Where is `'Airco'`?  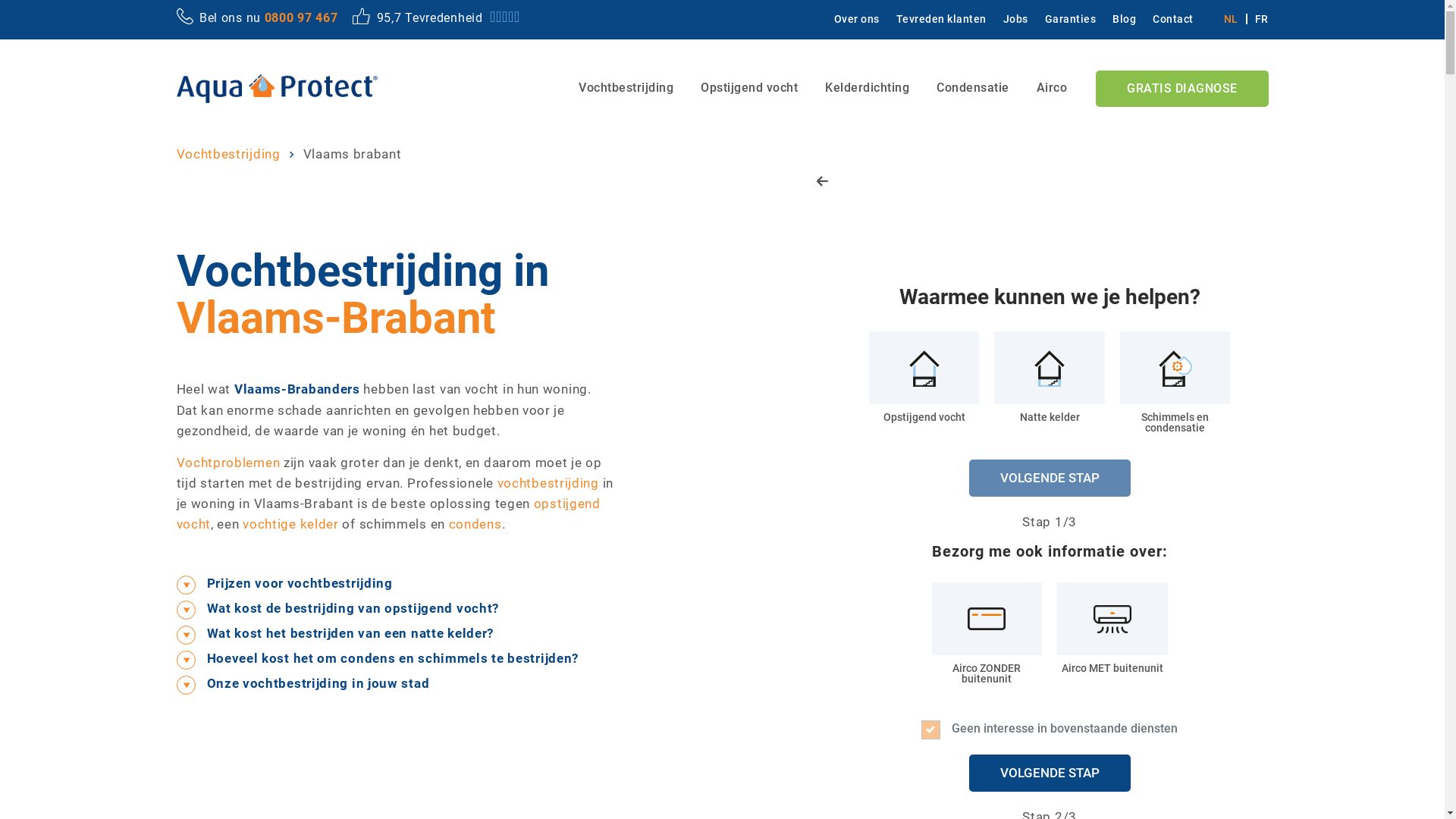
'Airco' is located at coordinates (1022, 87).